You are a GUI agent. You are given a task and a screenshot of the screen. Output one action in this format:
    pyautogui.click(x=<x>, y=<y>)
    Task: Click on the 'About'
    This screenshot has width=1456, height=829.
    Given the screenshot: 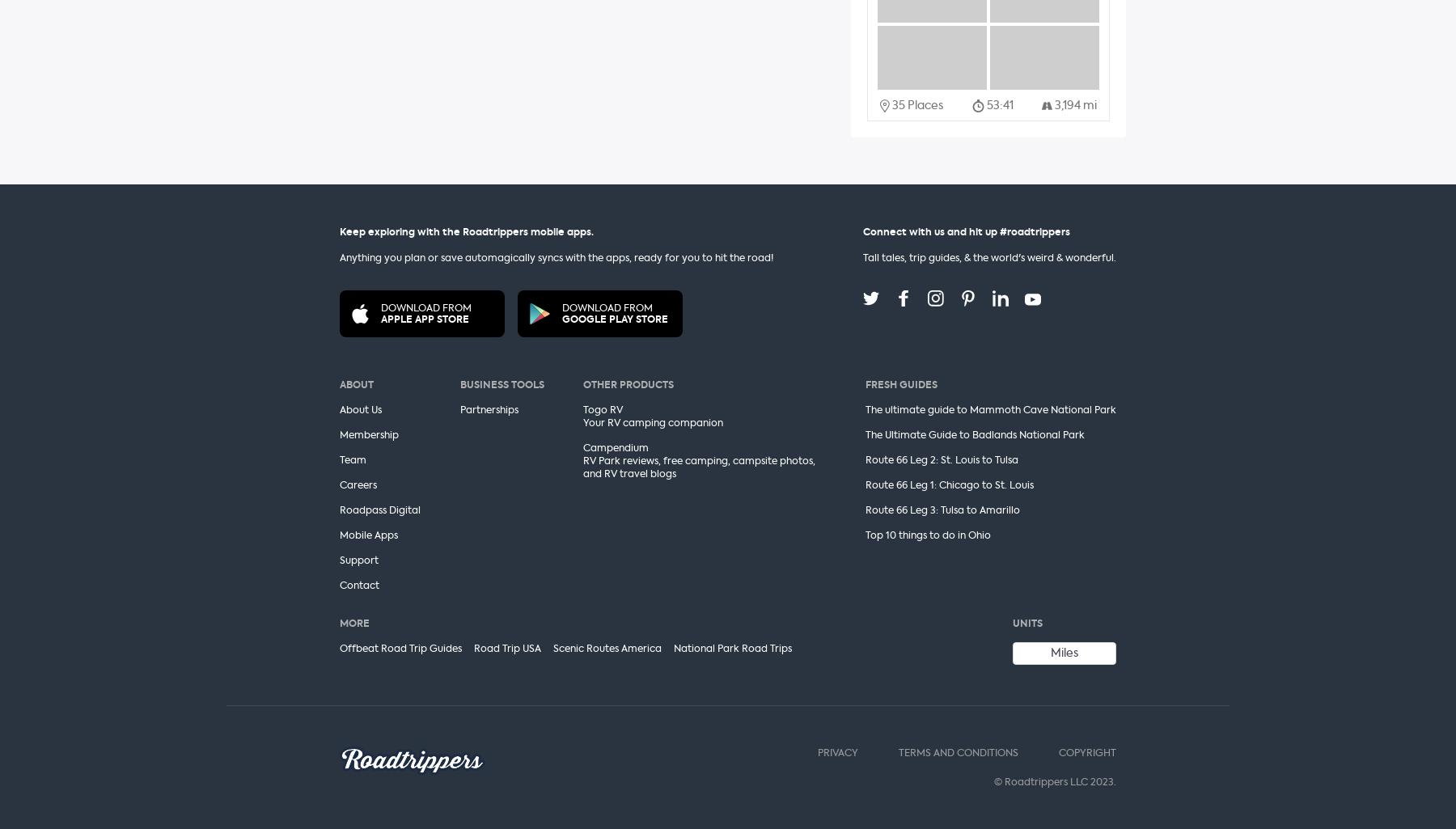 What is the action you would take?
    pyautogui.click(x=339, y=384)
    